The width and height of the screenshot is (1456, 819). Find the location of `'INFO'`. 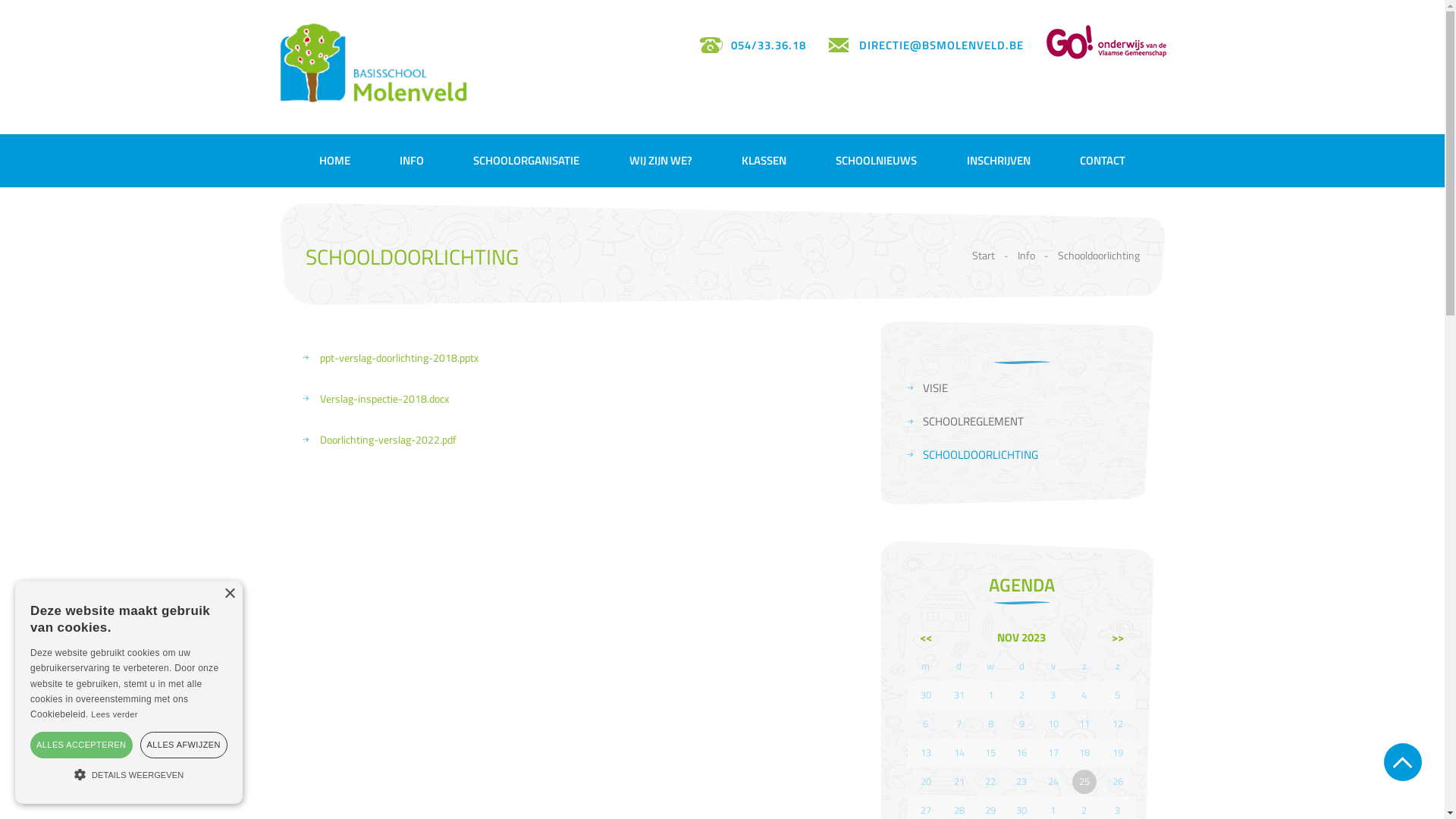

'INFO' is located at coordinates (411, 161).